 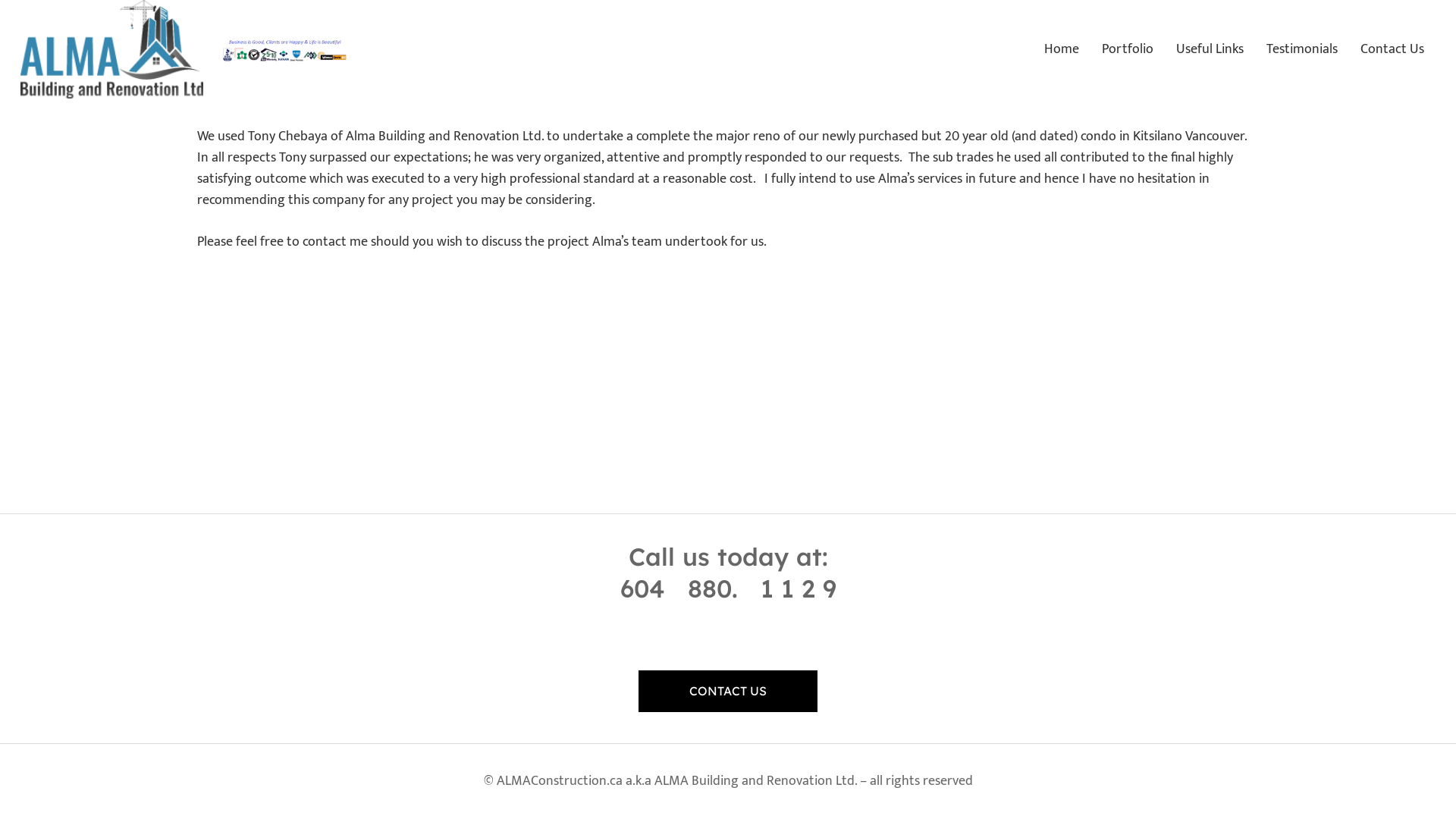 I want to click on 'Home', so click(x=1061, y=49).